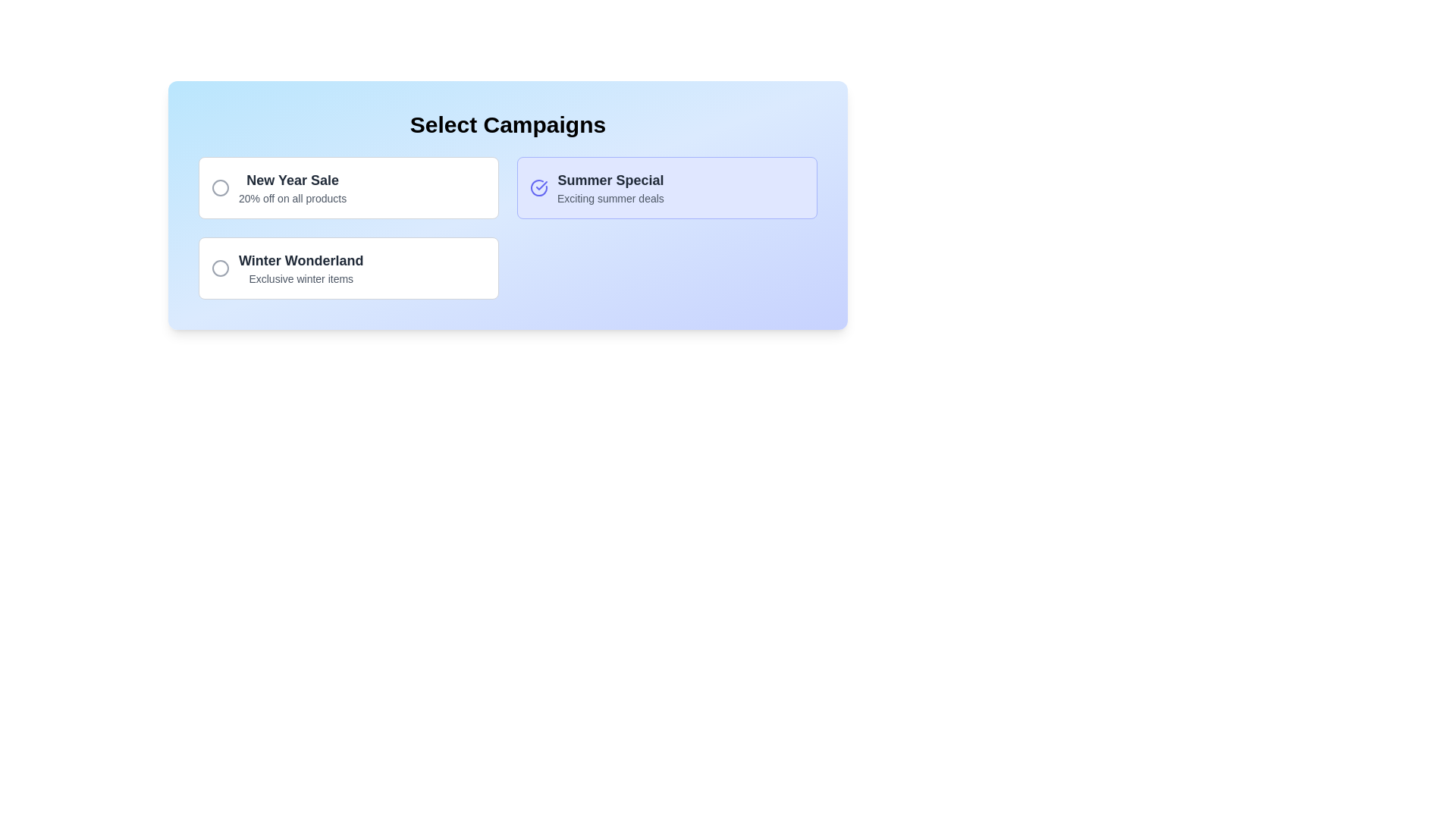  What do you see at coordinates (220, 268) in the screenshot?
I see `the small circular SVG element, which is the central feature of its containing icon located to the left of the text 'Winter Wonderland'` at bounding box center [220, 268].